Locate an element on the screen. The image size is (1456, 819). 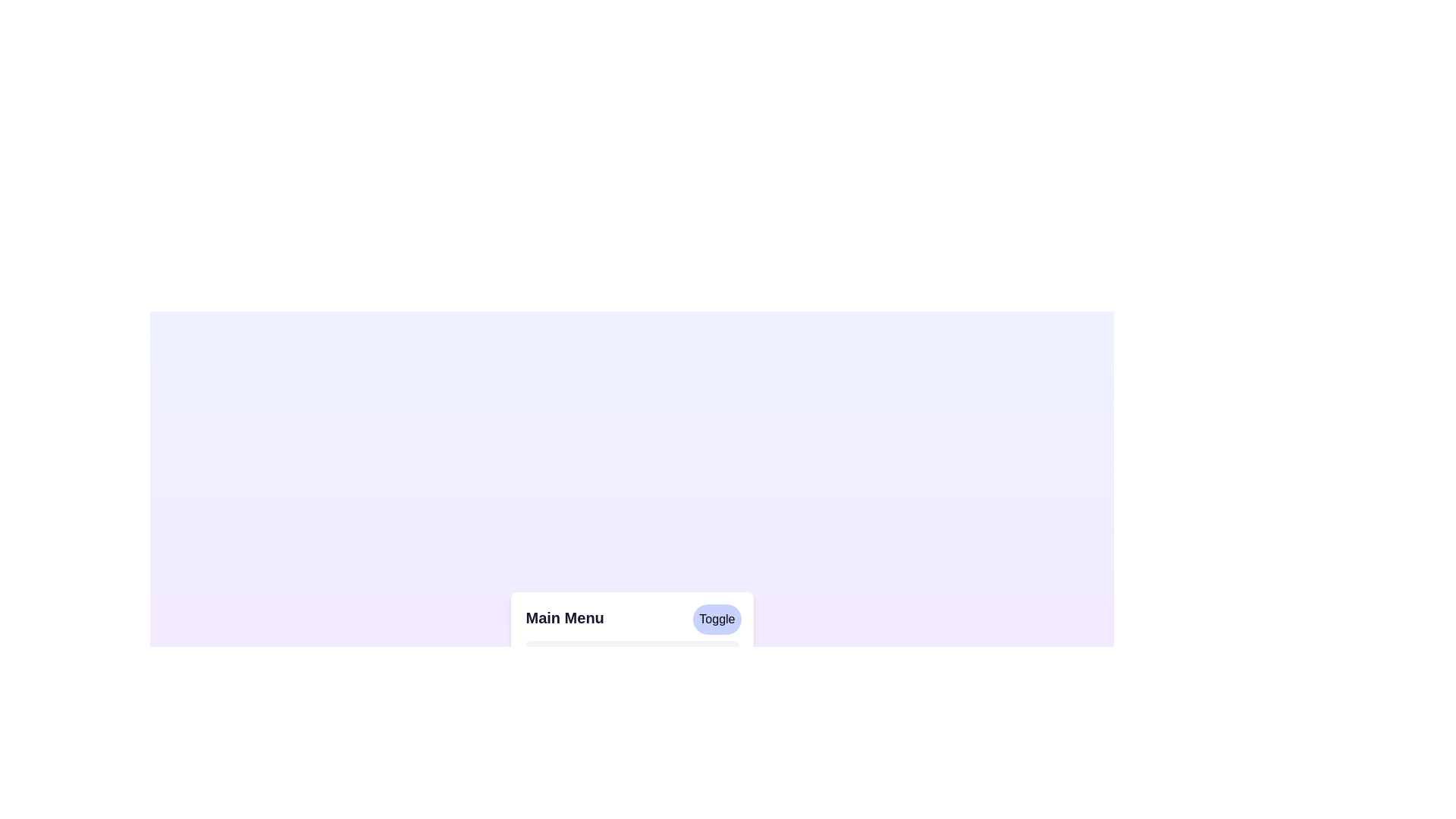
the 'Toggle' button to toggle the menu visibility is located at coordinates (716, 620).